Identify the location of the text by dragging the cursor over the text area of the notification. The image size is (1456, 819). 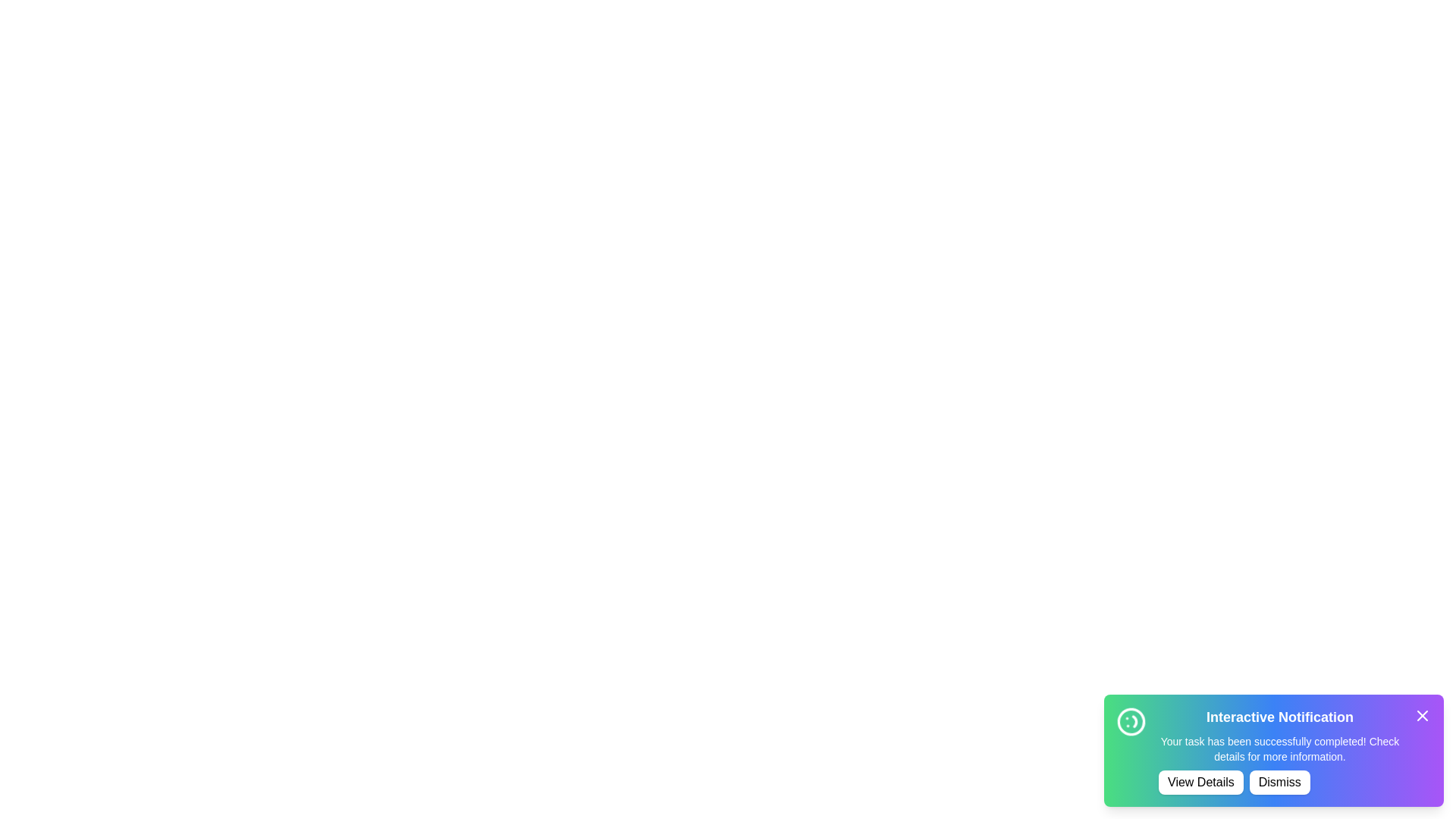
(1157, 707).